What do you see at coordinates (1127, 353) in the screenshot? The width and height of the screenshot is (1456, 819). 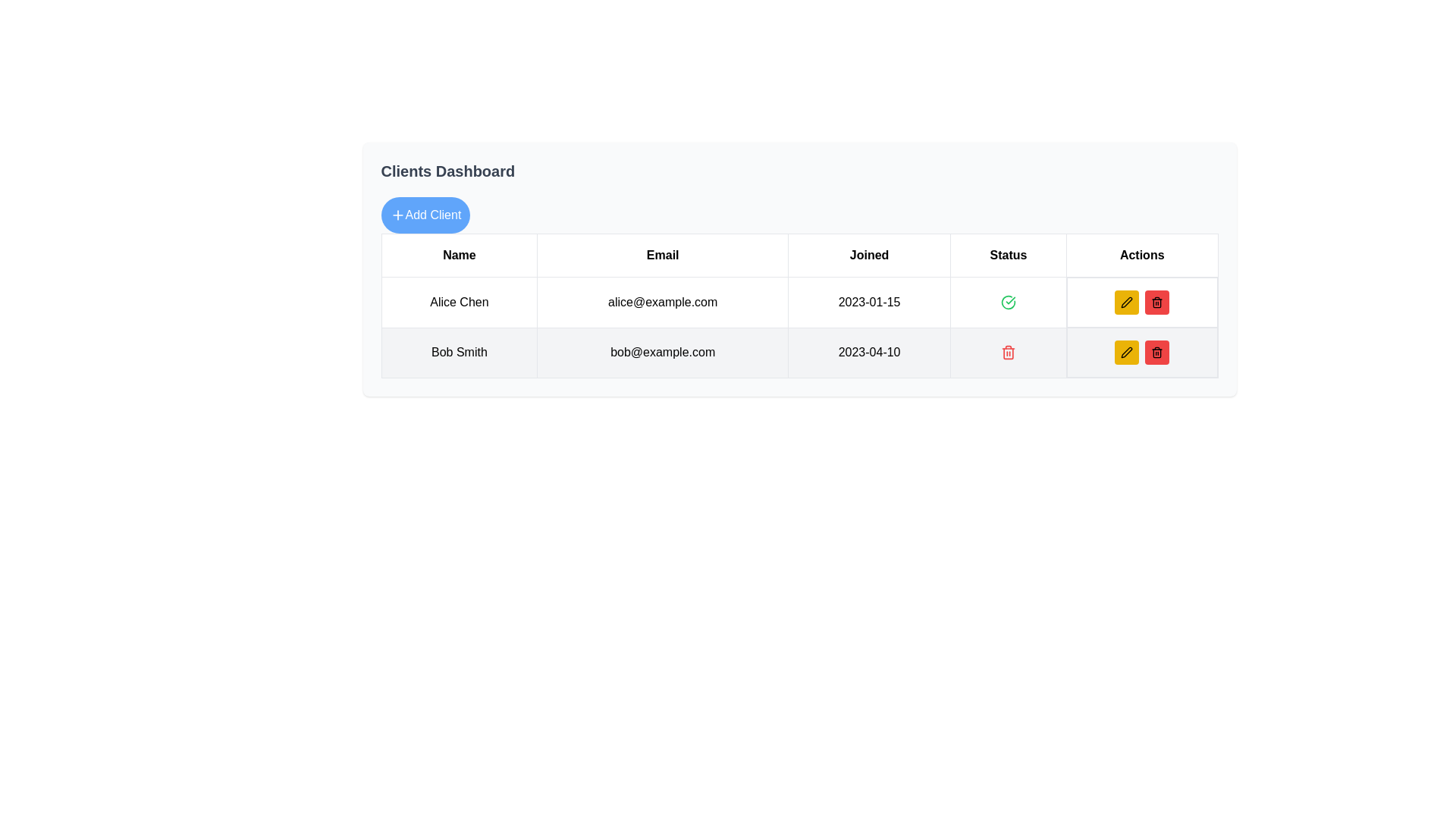 I see `the edit button located in the 'Actions' column of the second row in the table to initiate the editing process` at bounding box center [1127, 353].